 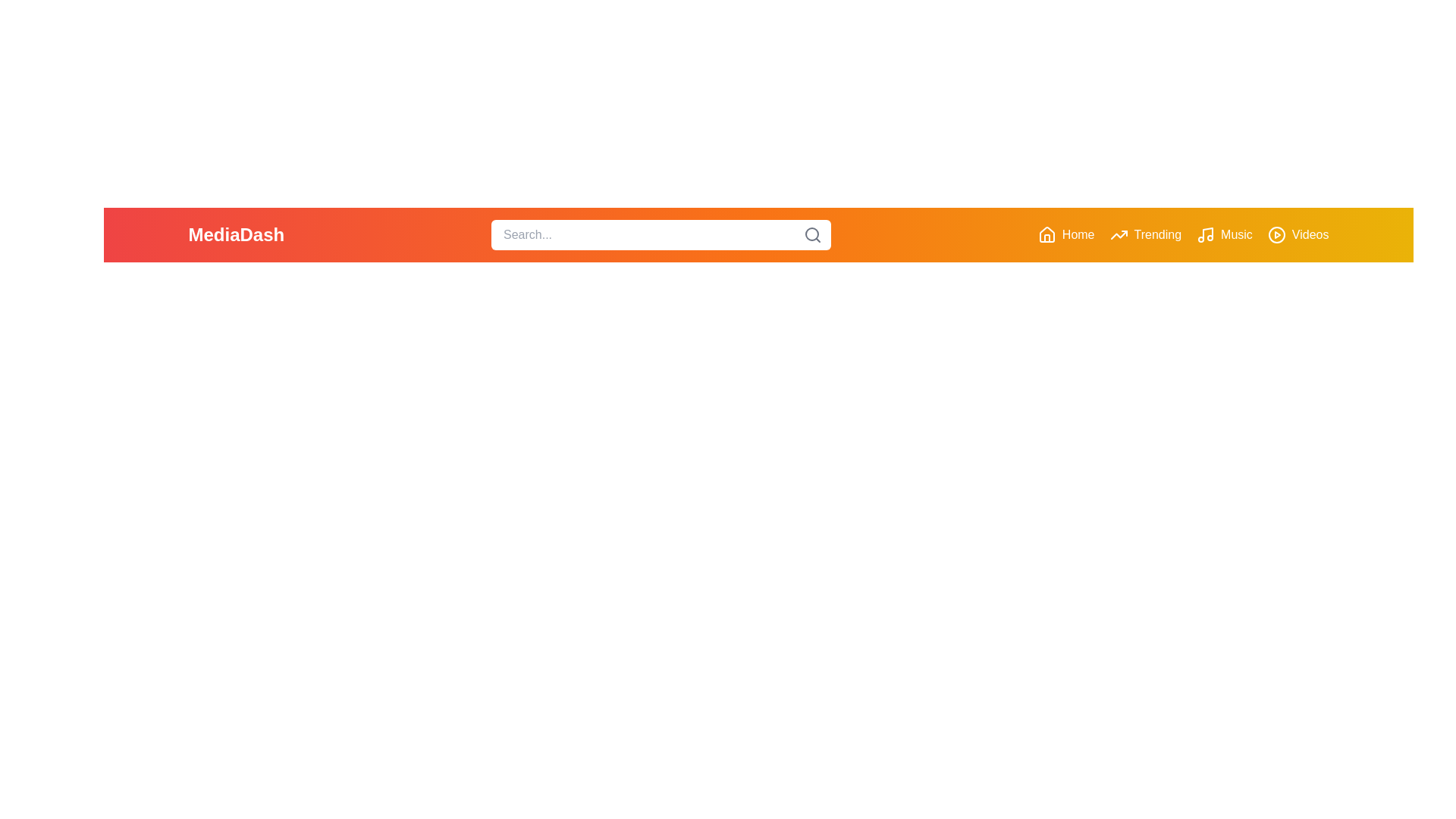 I want to click on the search input field to focus it, so click(x=661, y=234).